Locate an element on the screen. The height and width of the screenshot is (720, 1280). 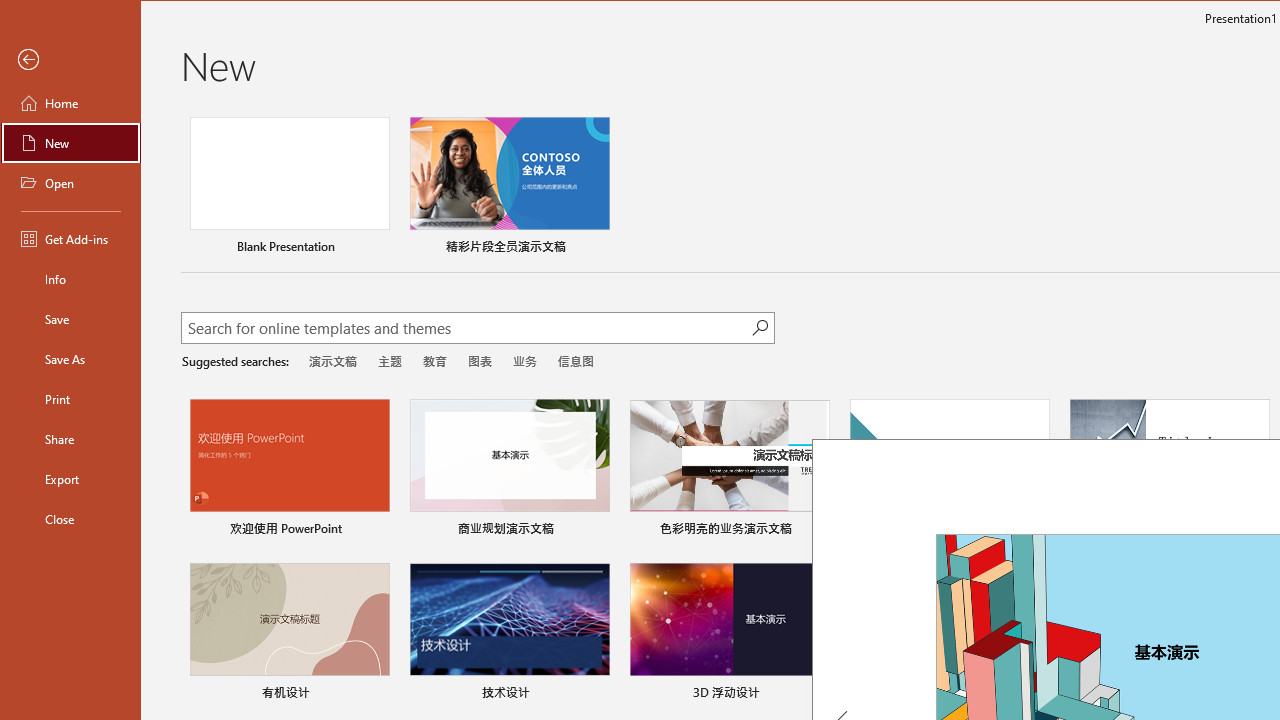
'Get Add-ins' is located at coordinates (71, 238).